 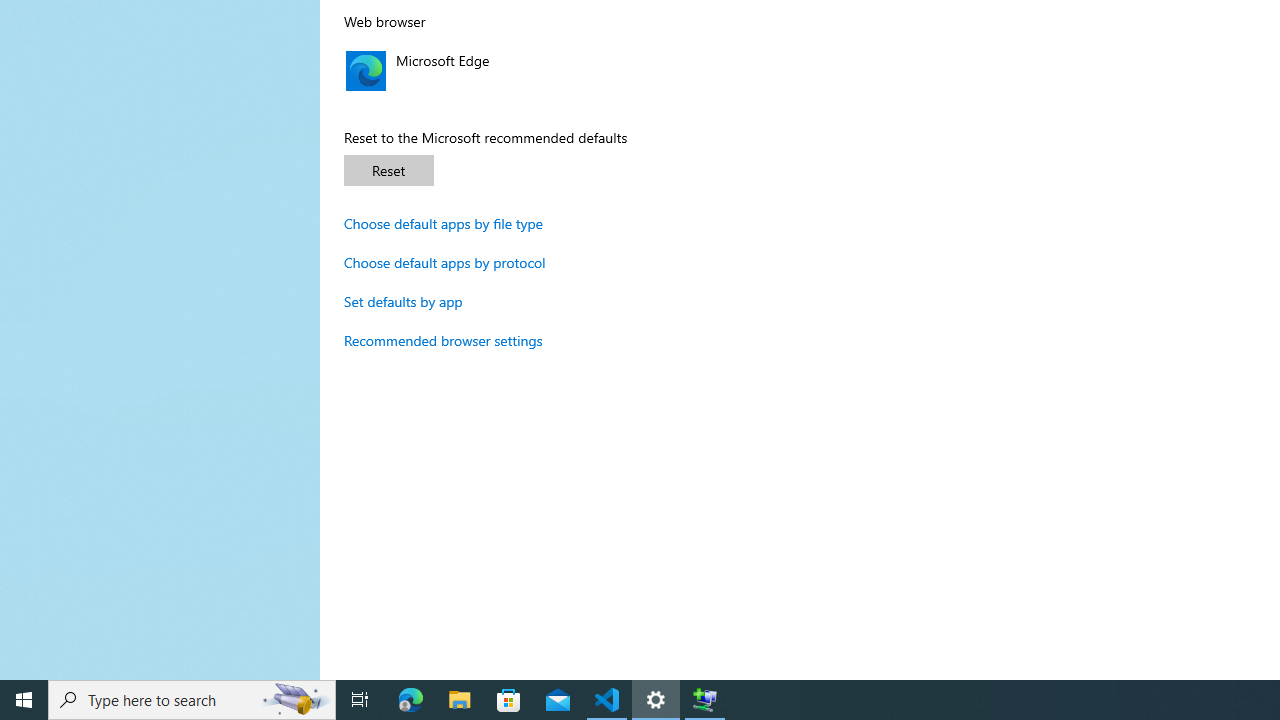 I want to click on 'Choose default apps by file type', so click(x=443, y=223).